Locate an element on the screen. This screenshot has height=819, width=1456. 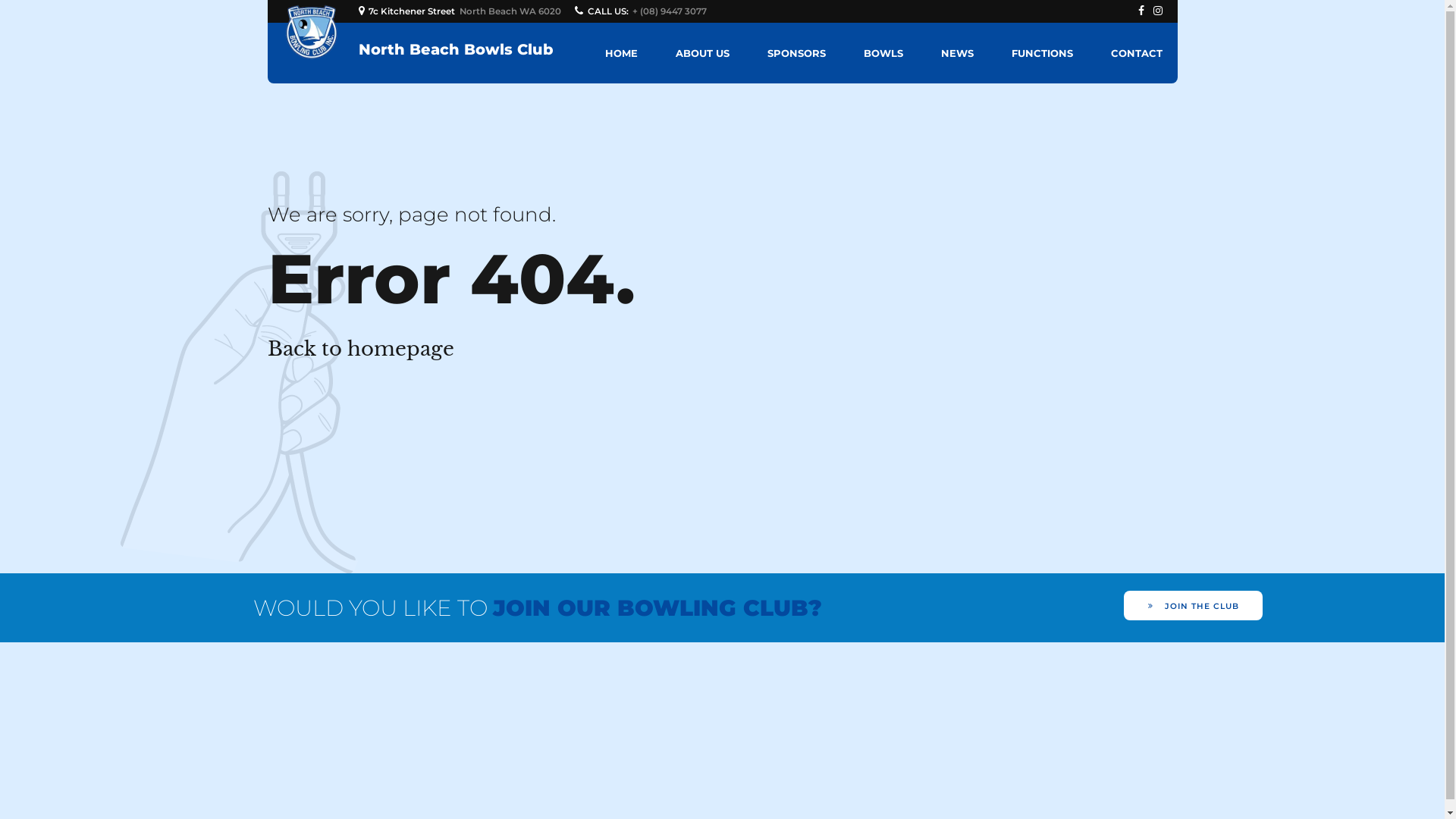
'FUNCTIONS' is located at coordinates (1012, 52).